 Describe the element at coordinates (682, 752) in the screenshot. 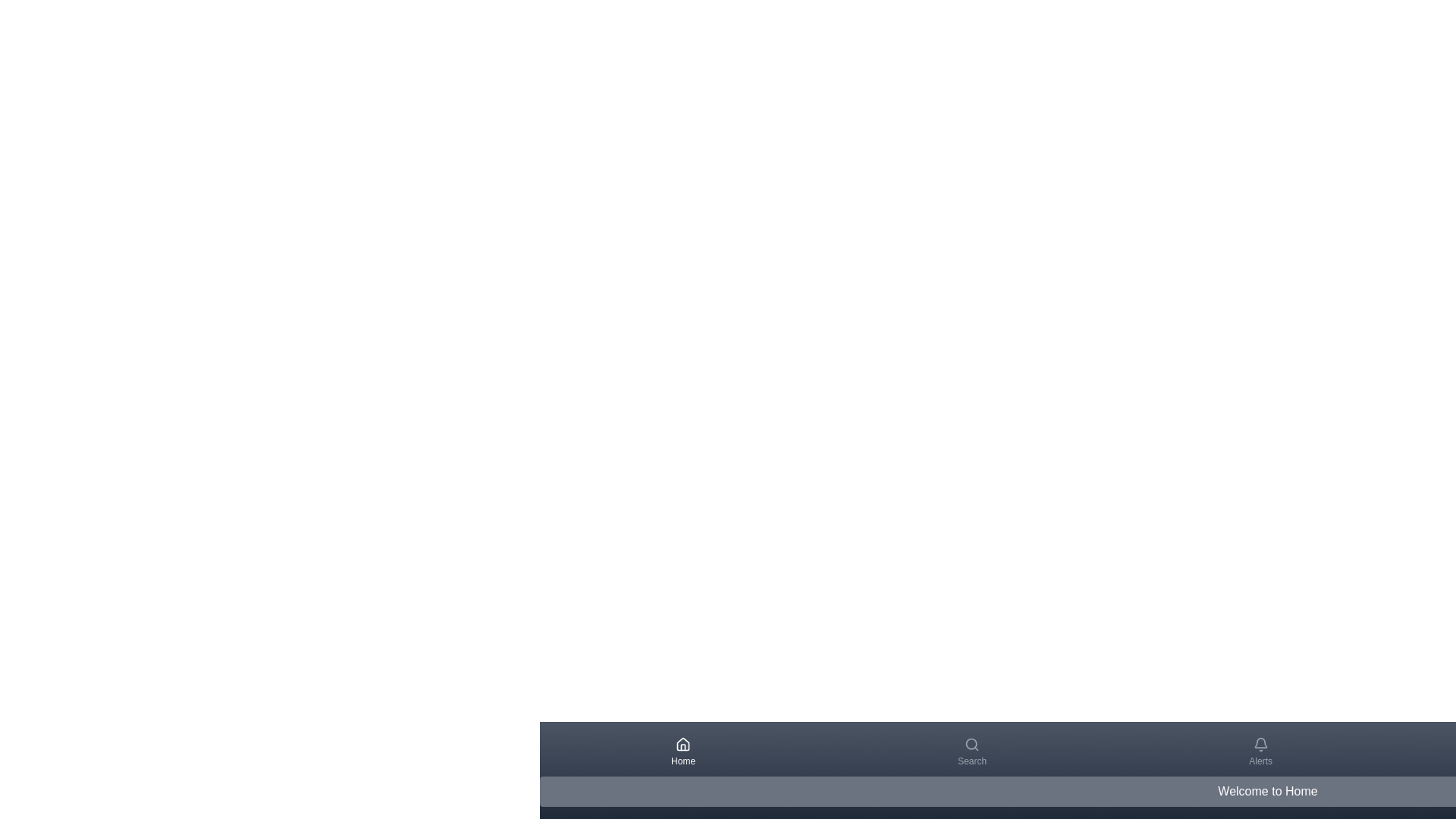

I see `the Home tab icon to see the hover effect` at that location.